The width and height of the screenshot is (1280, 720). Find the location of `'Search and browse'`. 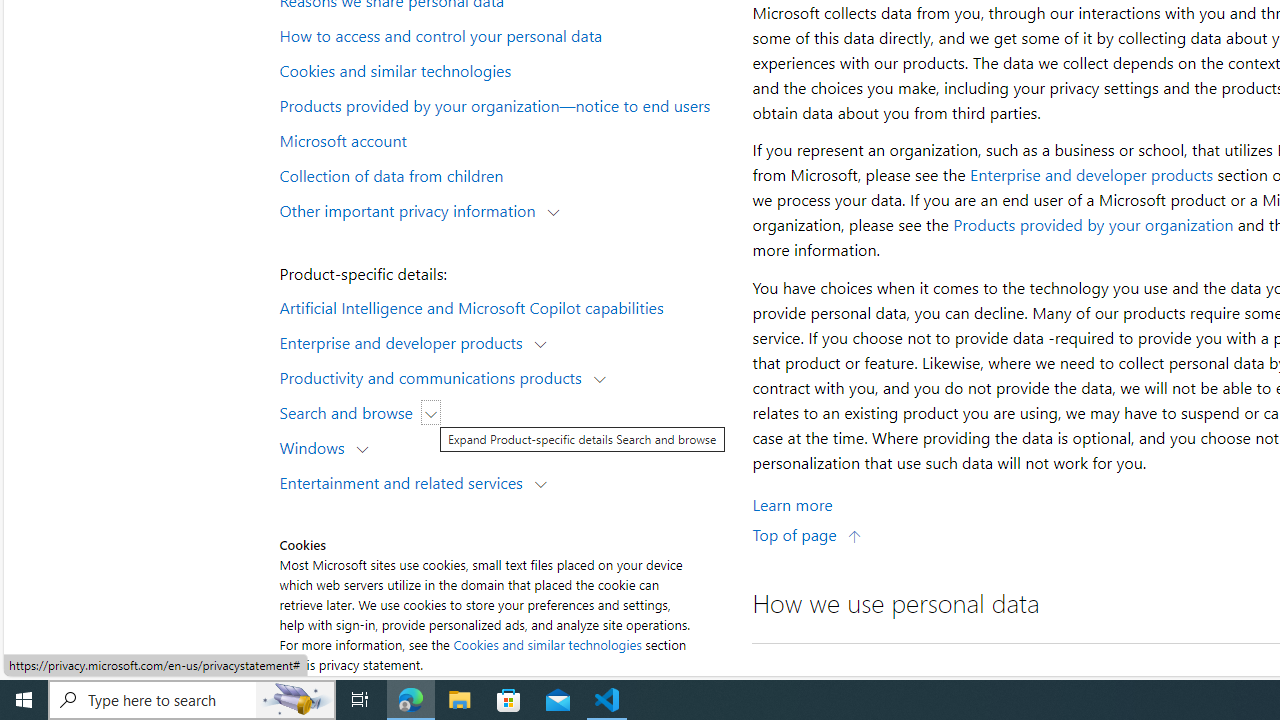

'Search and browse' is located at coordinates (350, 411).